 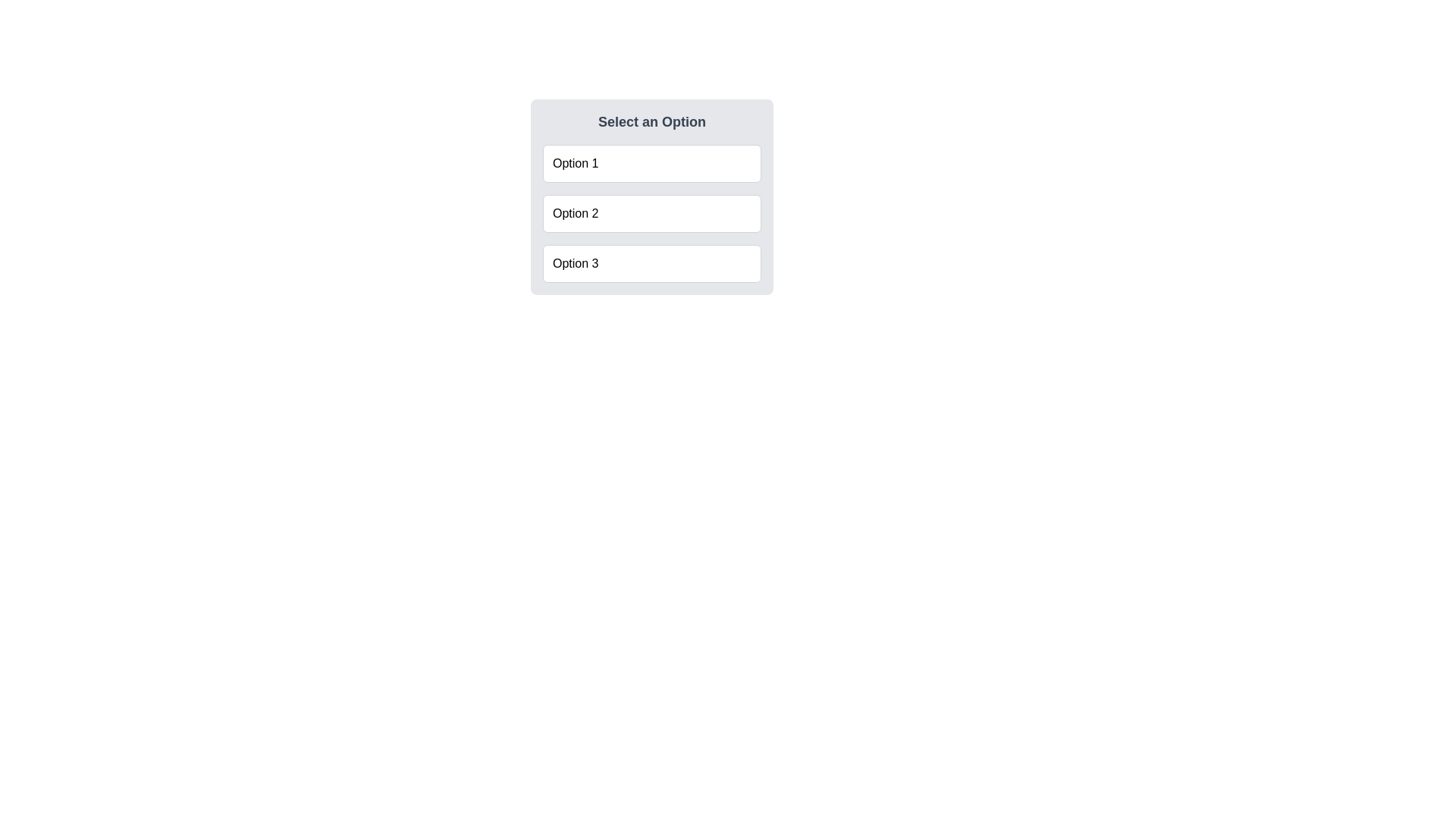 What do you see at coordinates (575, 262) in the screenshot?
I see `the text label for the third selectable option, which is centered below 'Option 2' in a vertically stacked list of options` at bounding box center [575, 262].